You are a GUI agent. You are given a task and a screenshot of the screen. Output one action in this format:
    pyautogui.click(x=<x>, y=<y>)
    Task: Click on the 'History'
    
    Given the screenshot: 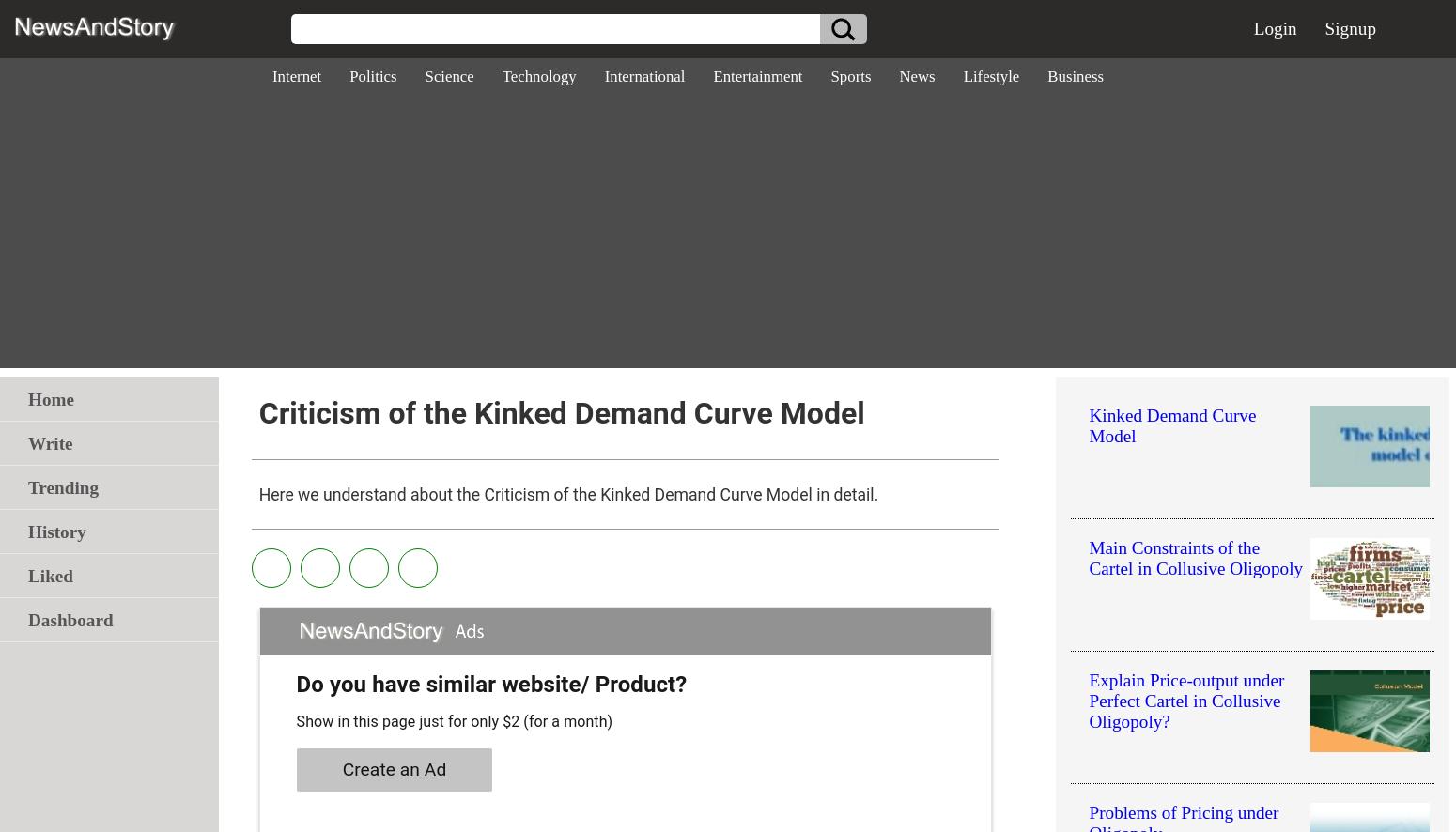 What is the action you would take?
    pyautogui.click(x=27, y=532)
    